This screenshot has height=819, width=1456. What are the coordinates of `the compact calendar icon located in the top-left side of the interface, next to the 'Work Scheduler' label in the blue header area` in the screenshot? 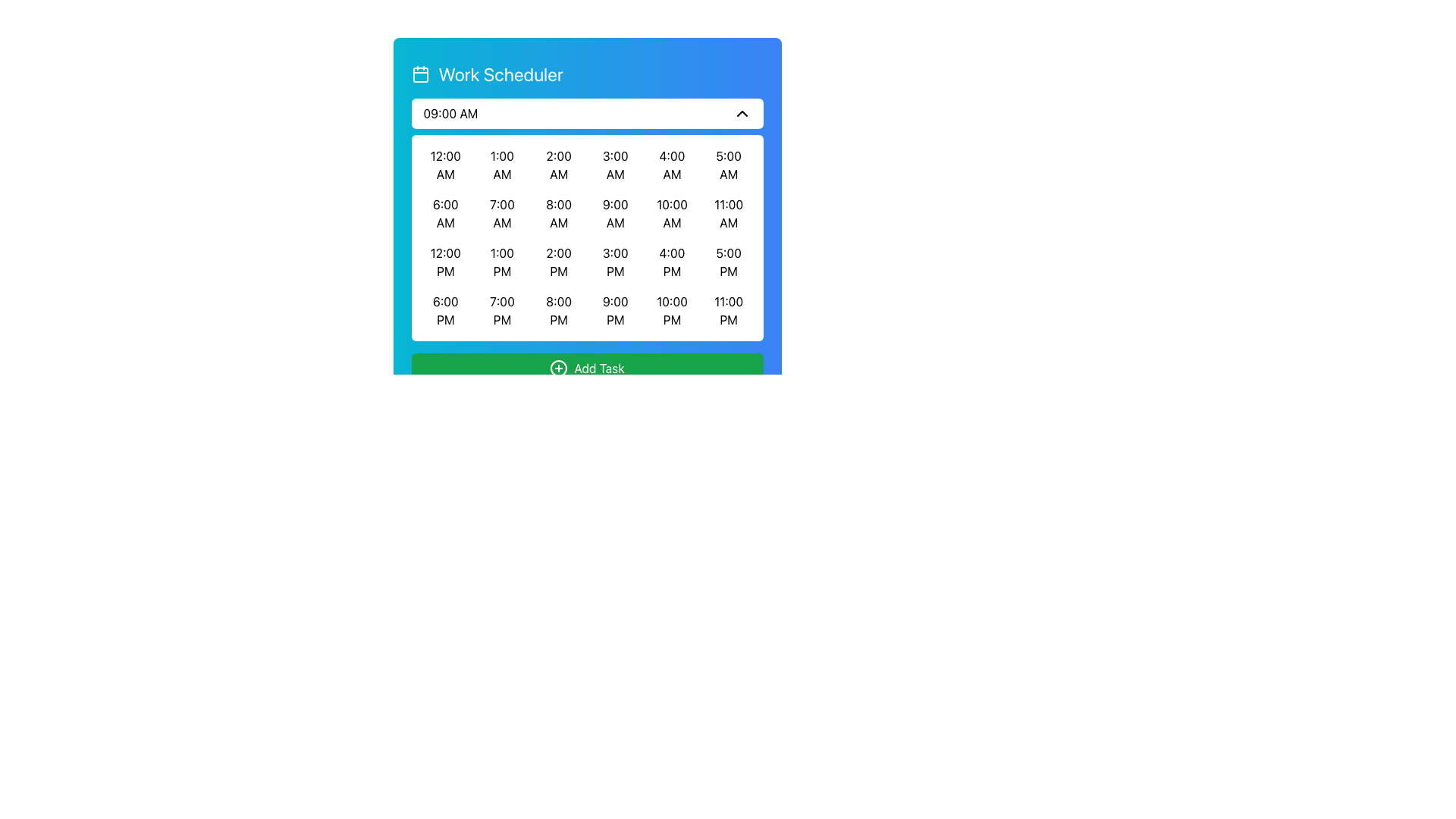 It's located at (420, 74).